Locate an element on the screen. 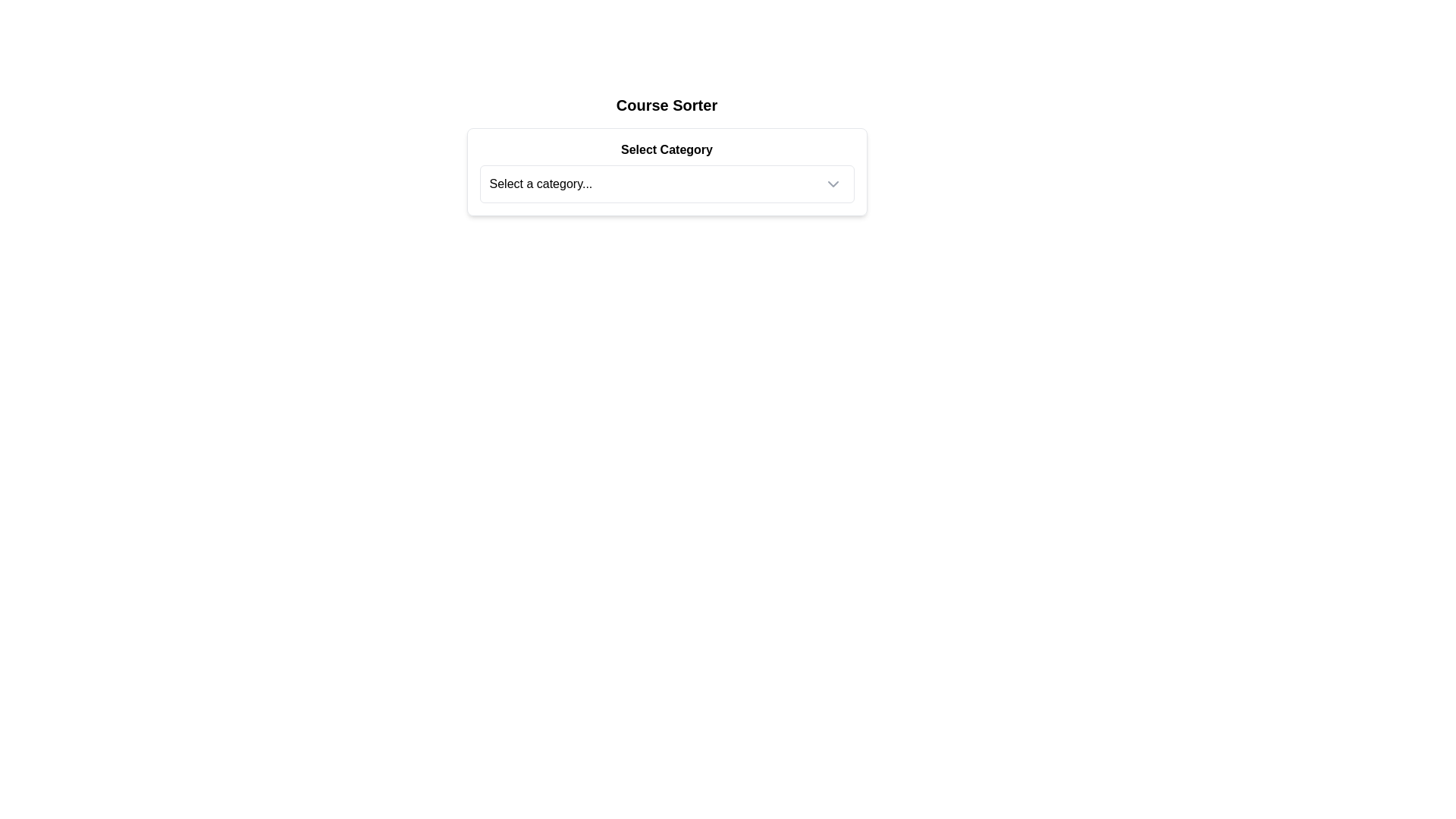 This screenshot has height=819, width=1456. the downwards facing chevron icon that indicates the dropdown expand/collapse functionality is located at coordinates (832, 184).